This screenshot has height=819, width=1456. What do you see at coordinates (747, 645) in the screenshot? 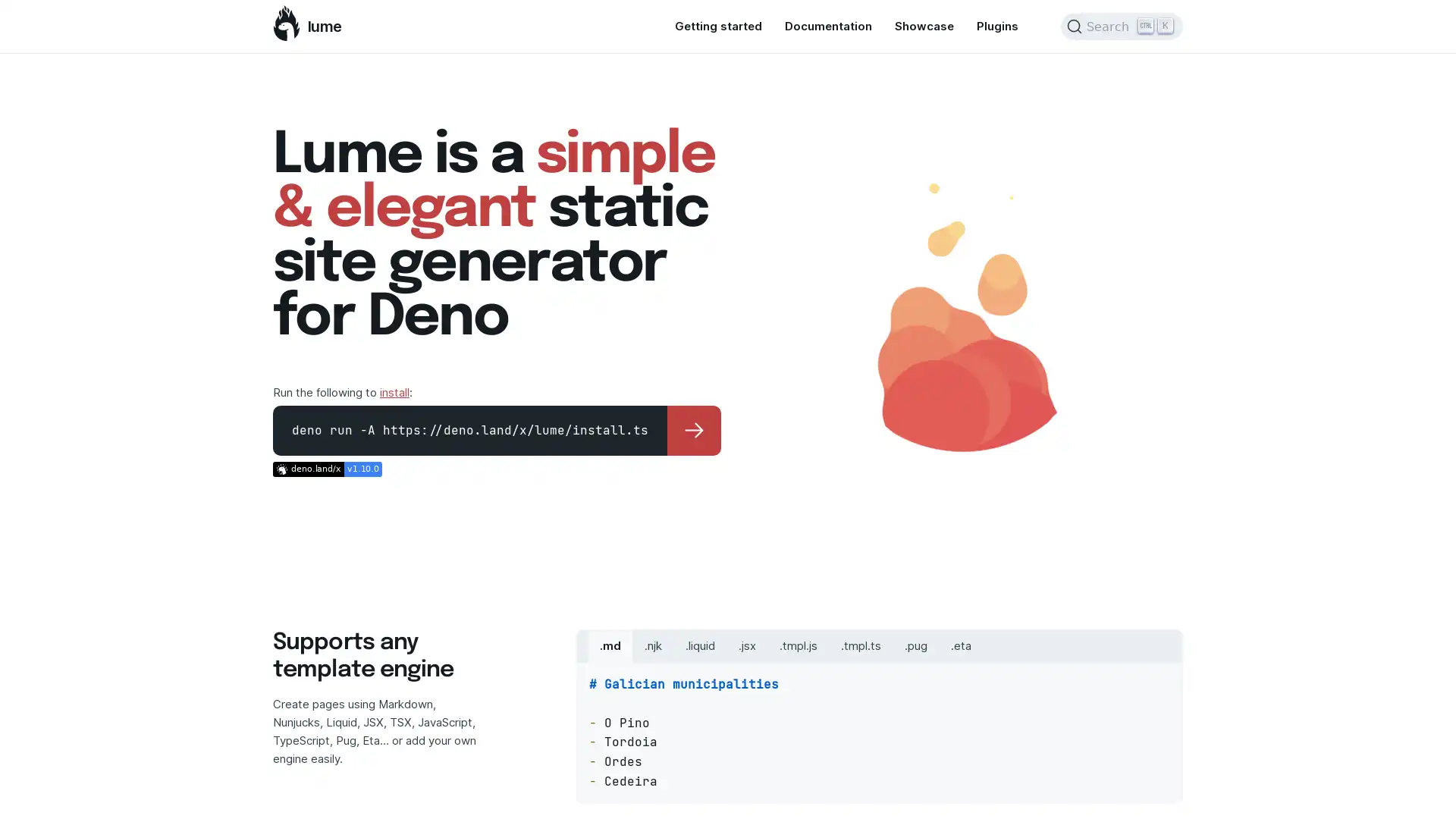
I see `.jsx` at bounding box center [747, 645].